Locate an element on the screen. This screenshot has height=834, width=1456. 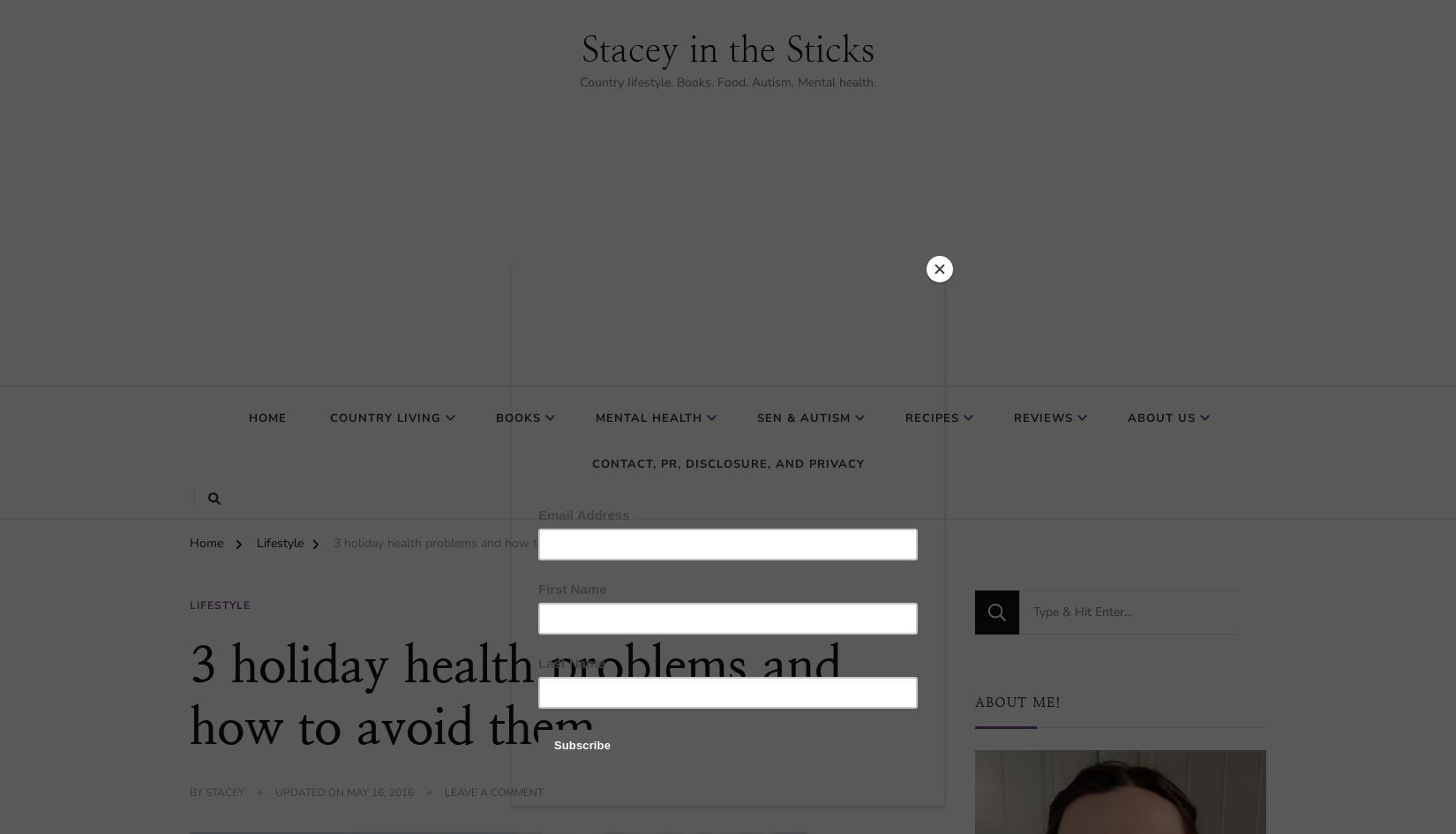
'Books' is located at coordinates (494, 417).